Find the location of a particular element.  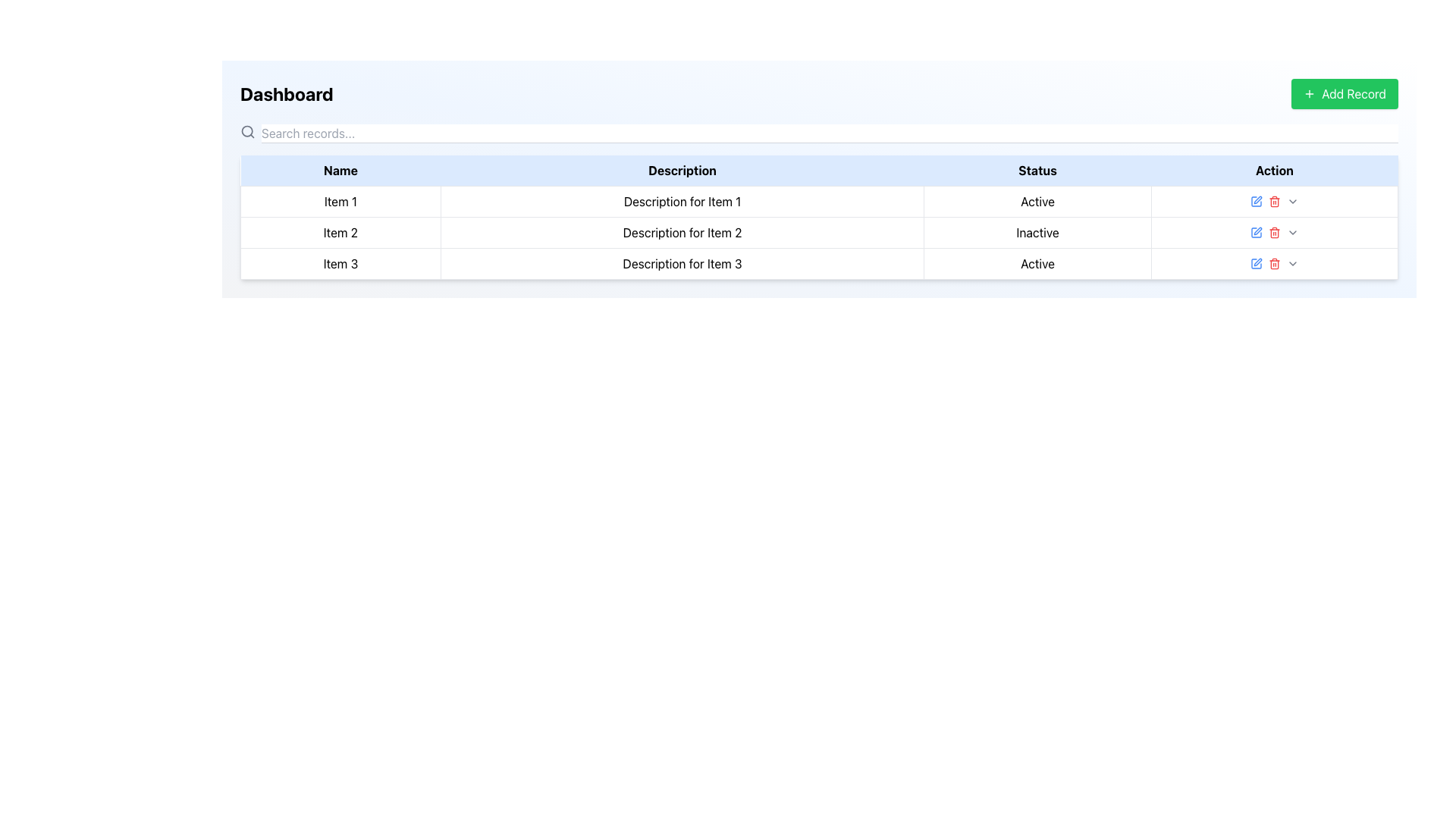

the static text display in the first row of the table under the 'Status' column, which represents the status of 'Item 1' is located at coordinates (1037, 201).